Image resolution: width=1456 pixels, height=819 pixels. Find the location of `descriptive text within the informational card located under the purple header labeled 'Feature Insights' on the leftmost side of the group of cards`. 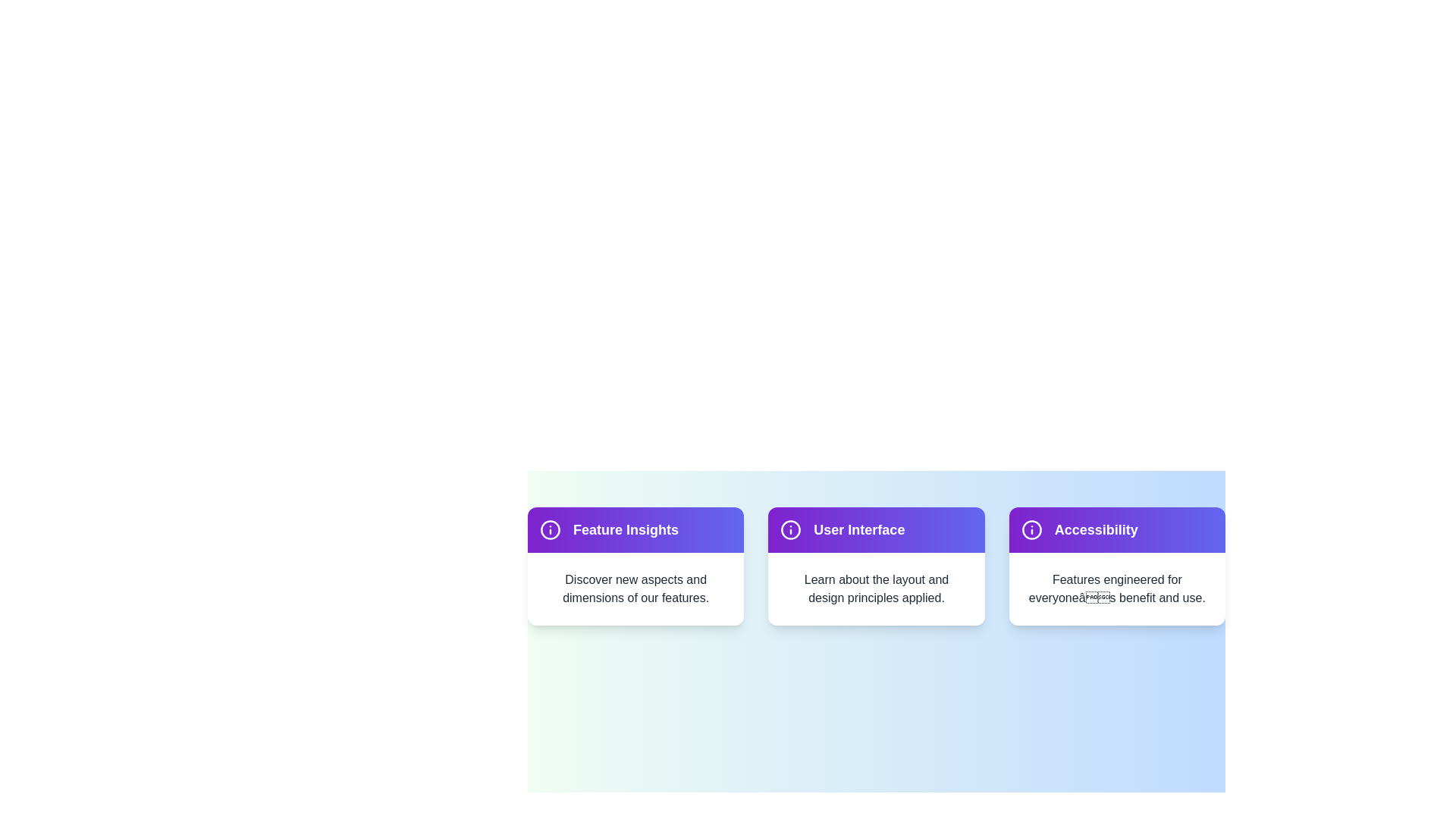

descriptive text within the informational card located under the purple header labeled 'Feature Insights' on the leftmost side of the group of cards is located at coordinates (635, 588).